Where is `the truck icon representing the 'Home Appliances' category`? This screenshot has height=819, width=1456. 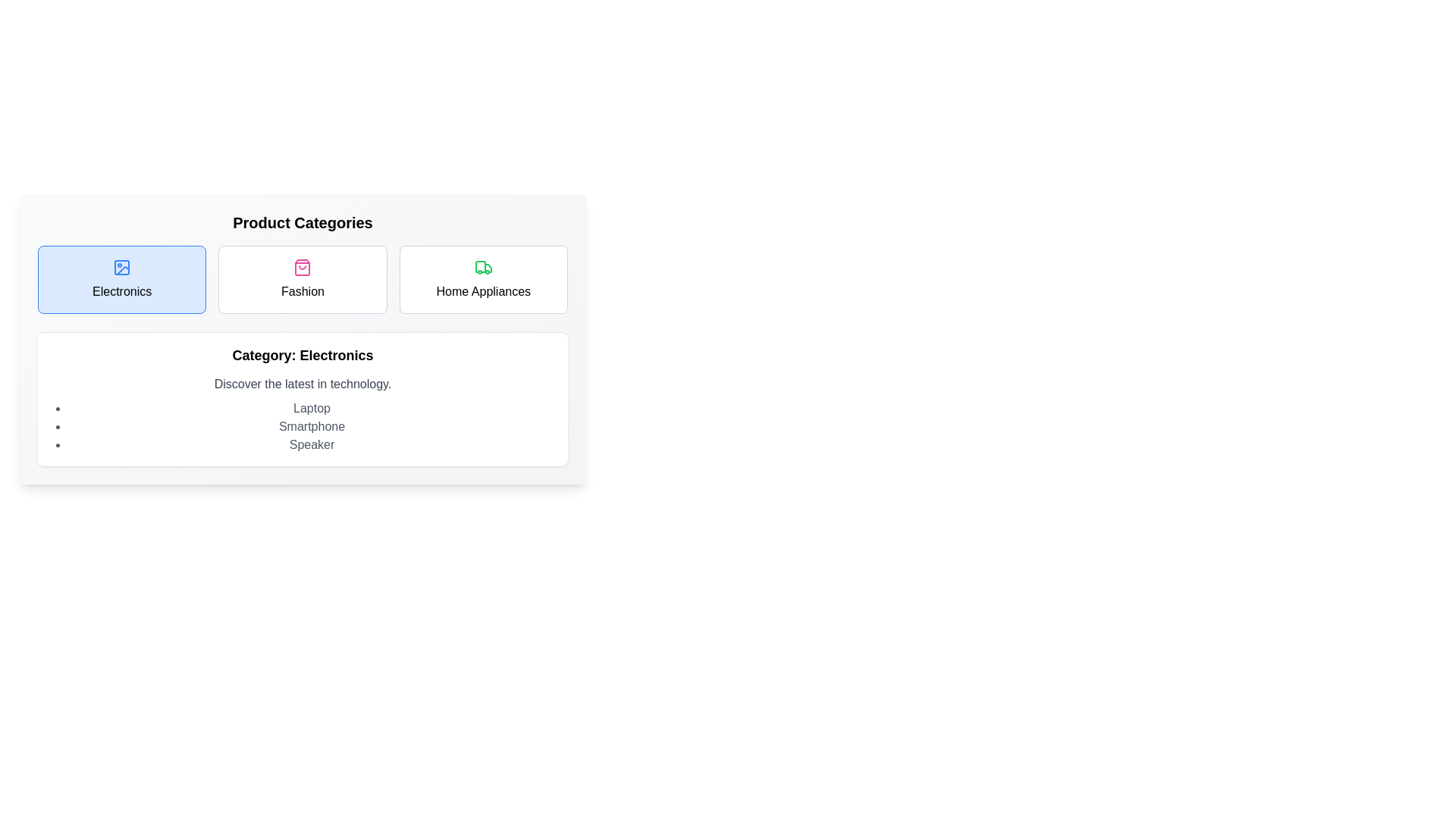 the truck icon representing the 'Home Appliances' category is located at coordinates (482, 267).